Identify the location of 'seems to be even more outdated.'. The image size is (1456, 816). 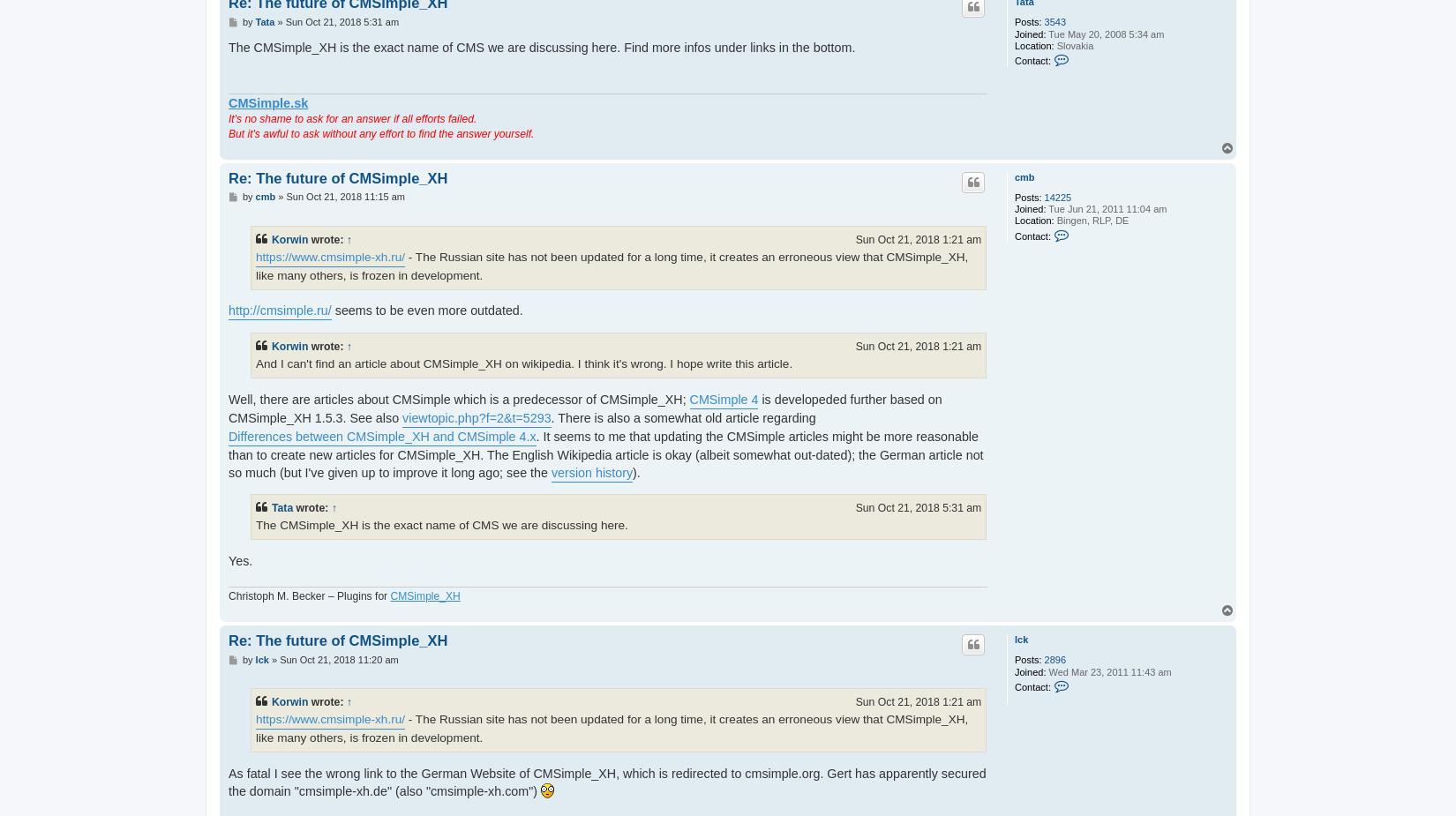
(425, 309).